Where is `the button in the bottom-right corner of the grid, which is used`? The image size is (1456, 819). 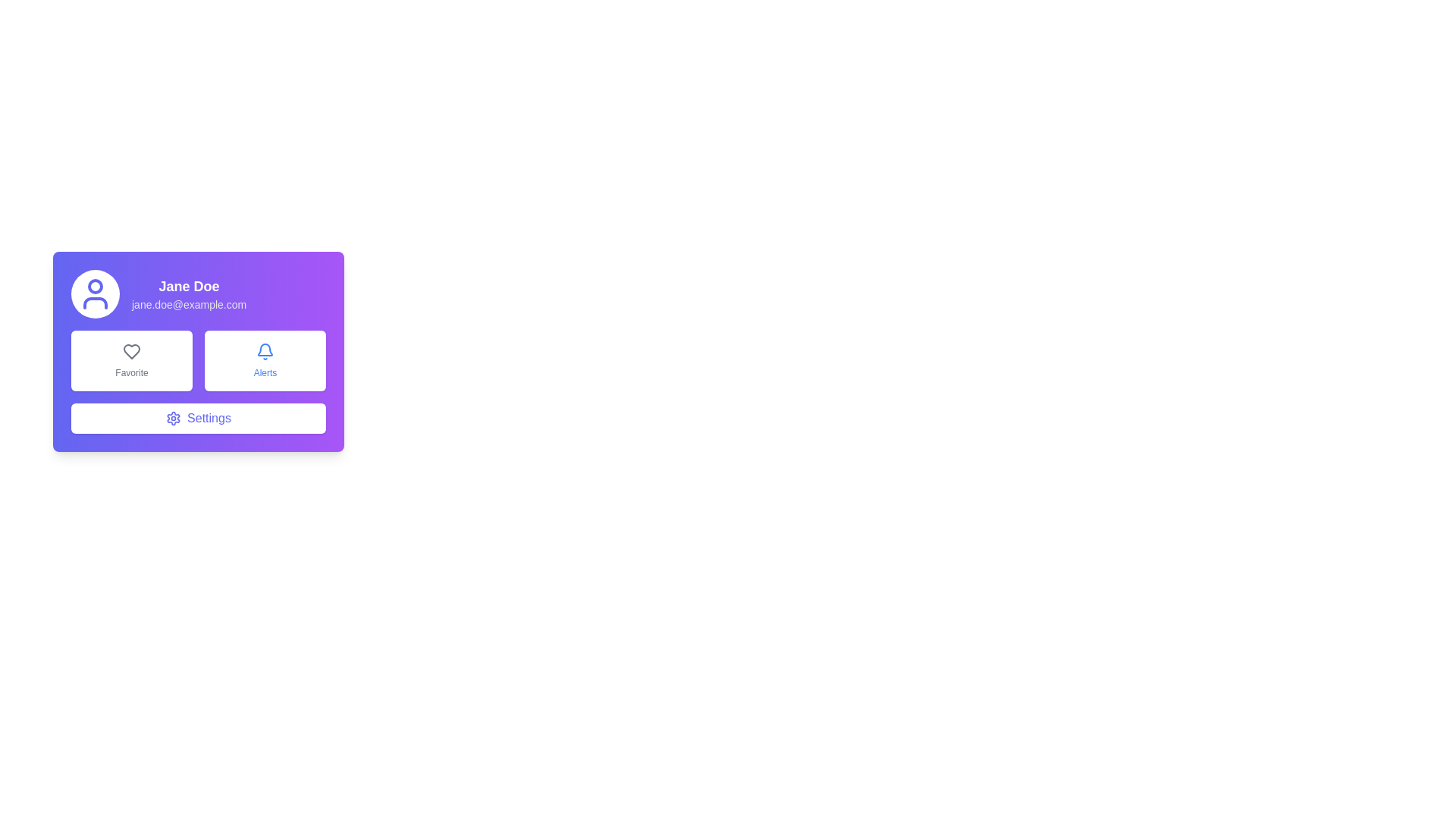
the button in the bottom-right corner of the grid, which is used is located at coordinates (265, 360).